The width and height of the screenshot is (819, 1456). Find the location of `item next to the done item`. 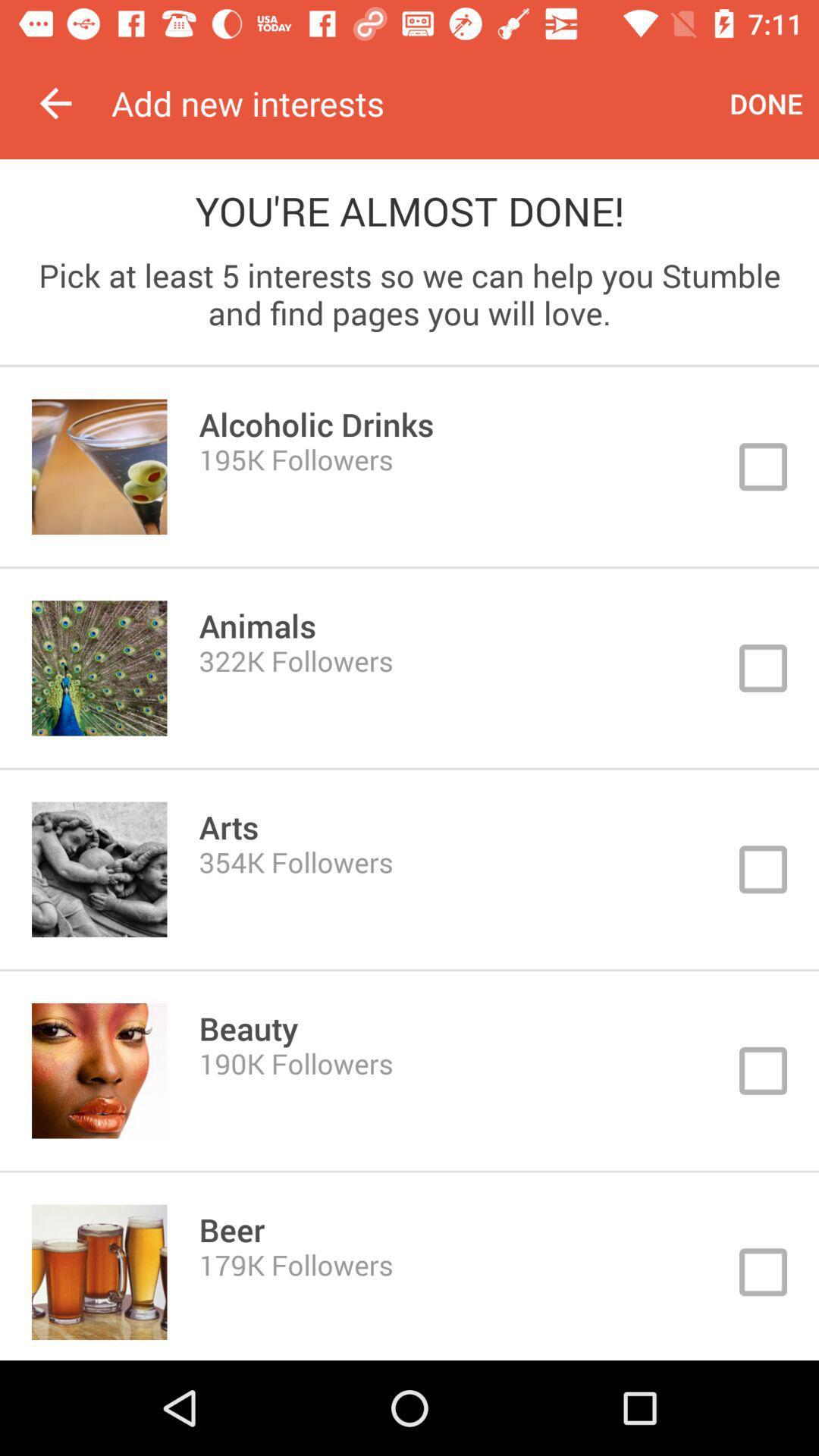

item next to the done item is located at coordinates (413, 102).